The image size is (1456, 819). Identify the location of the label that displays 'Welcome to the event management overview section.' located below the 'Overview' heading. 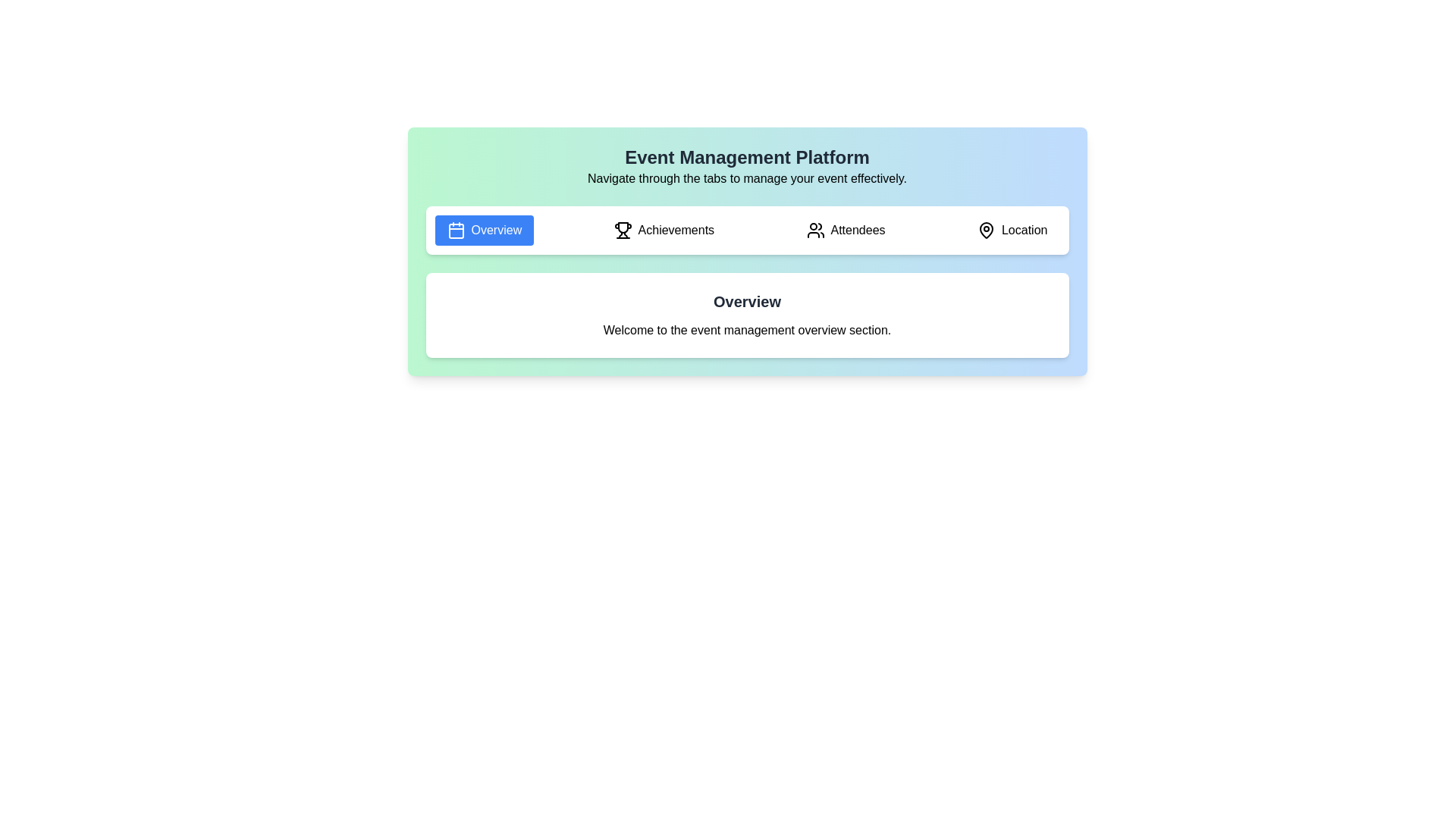
(747, 329).